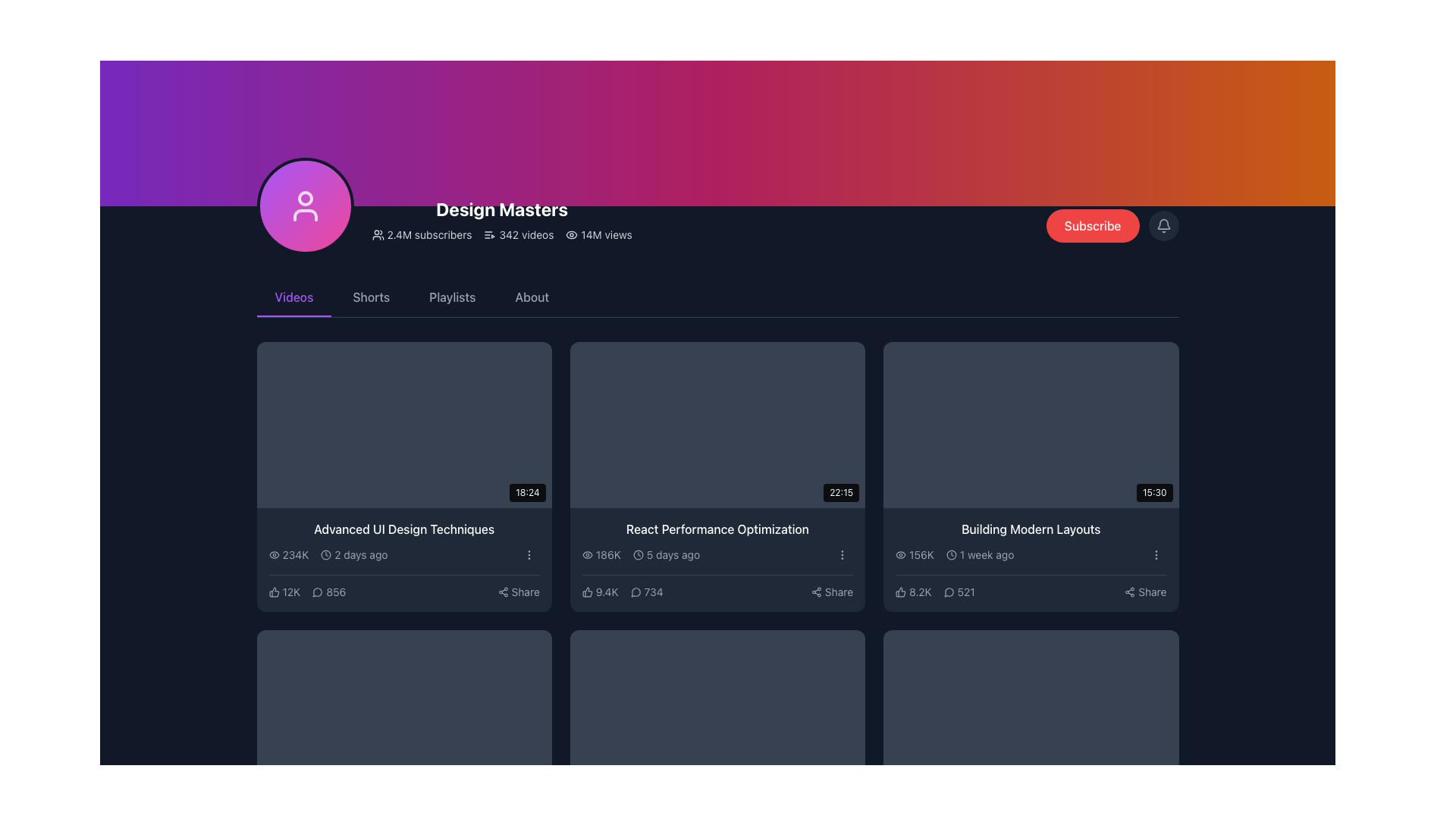 The image size is (1456, 819). I want to click on the 'Share' button, which is styled with an icon and small text, located in the bottom-right section of the interface beneath the 'React Performance Optimization' video thumbnail, so click(831, 591).